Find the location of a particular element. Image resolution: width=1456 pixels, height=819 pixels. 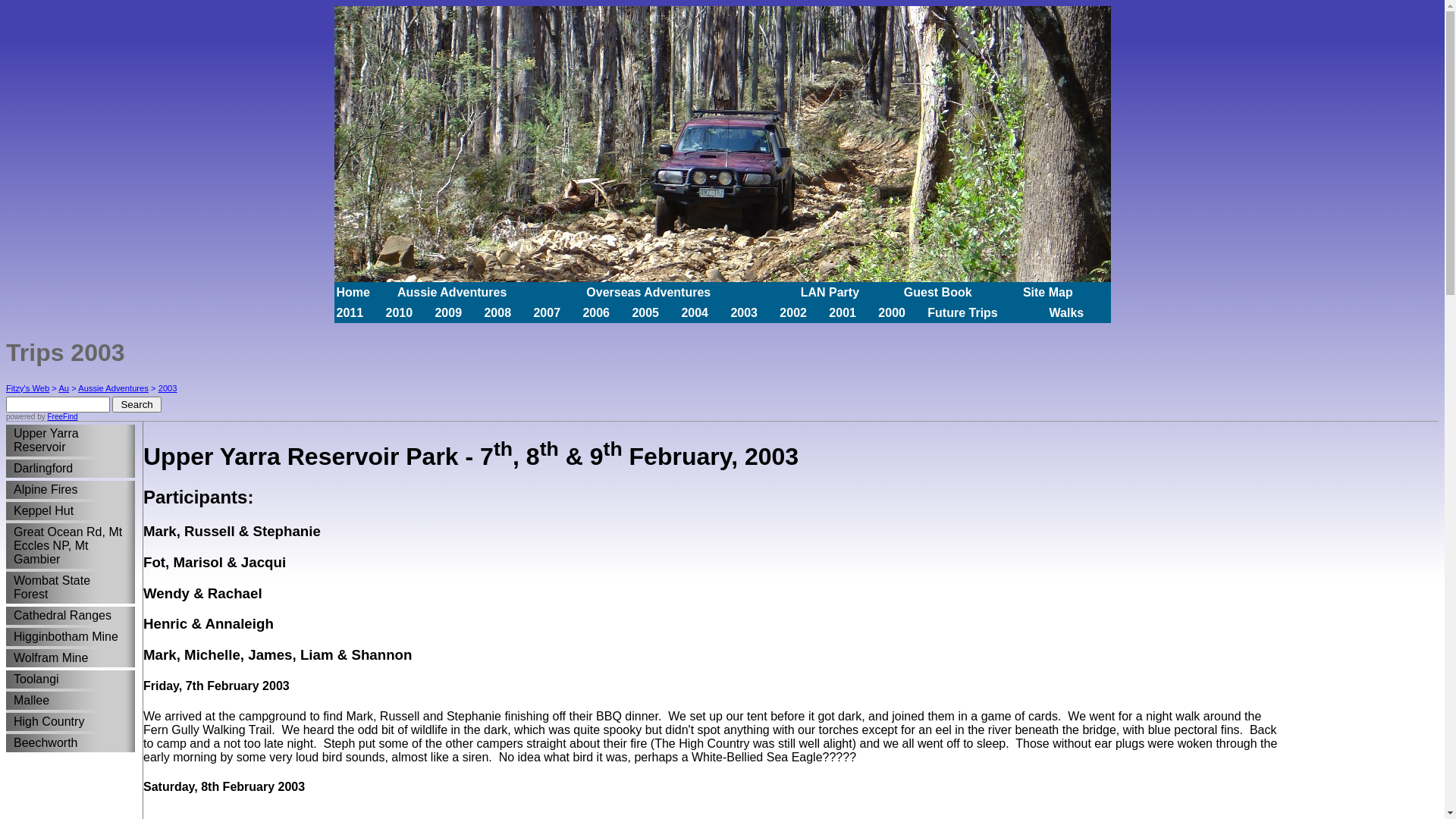

'Upper Yarra Reservoir' is located at coordinates (65, 441).